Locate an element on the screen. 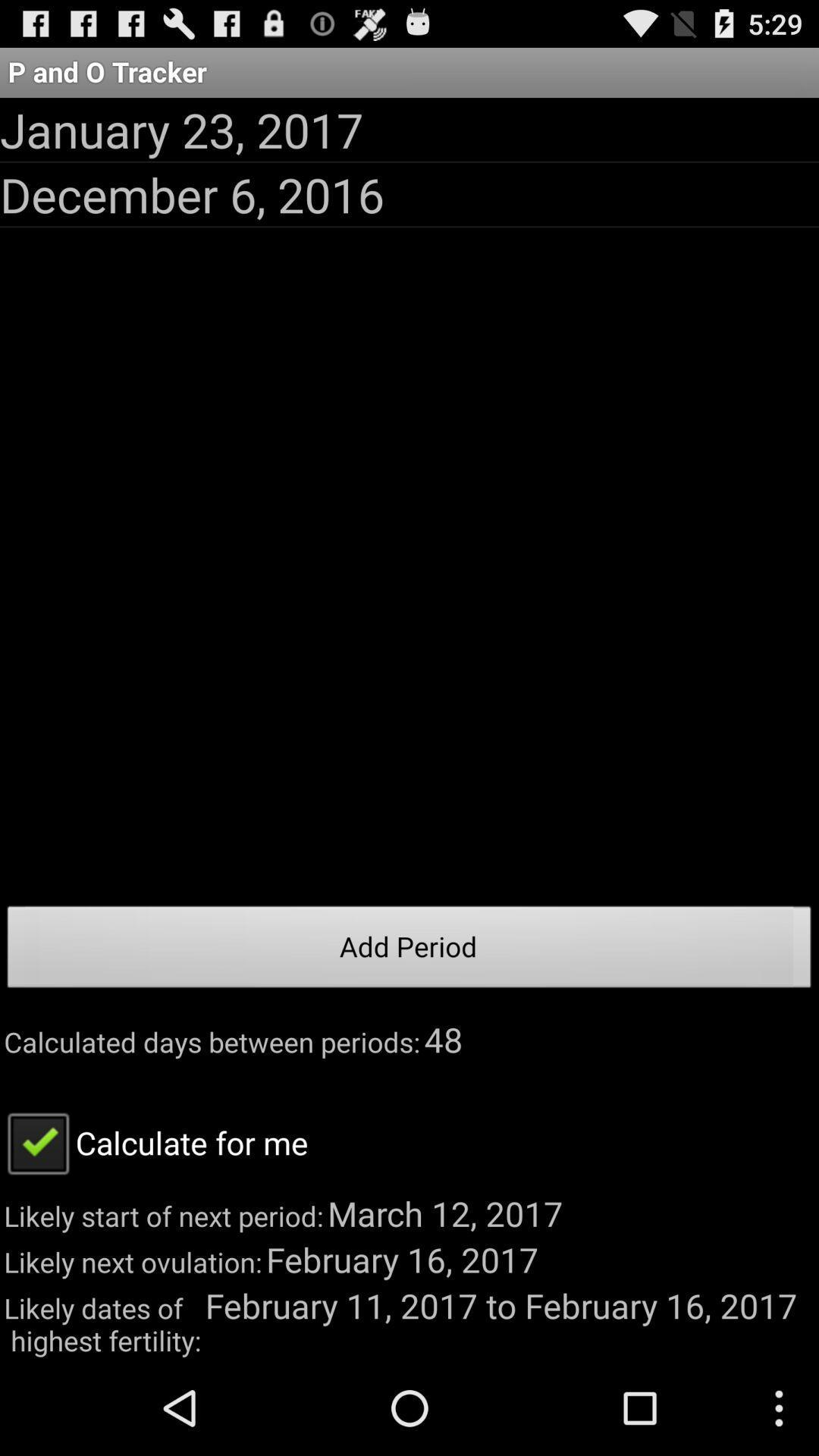 This screenshot has height=1456, width=819. the december 6, 2016 is located at coordinates (191, 193).